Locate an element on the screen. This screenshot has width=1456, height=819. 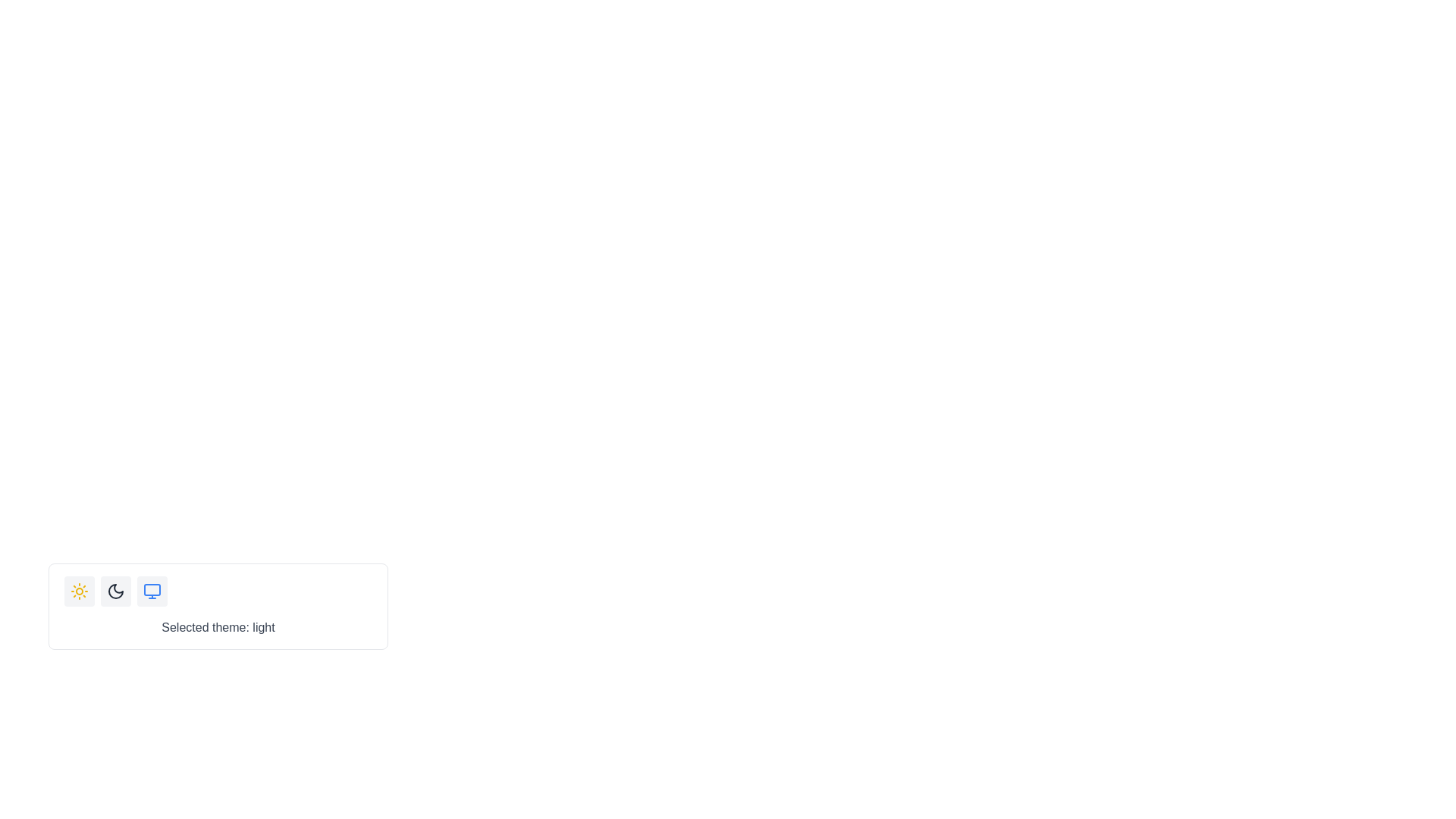
the monitor theme button, which is a rounded rectangle with a gray background and a blue monitor icon, positioned as the fourth button in the horizontal list of theme selector buttons is located at coordinates (152, 590).